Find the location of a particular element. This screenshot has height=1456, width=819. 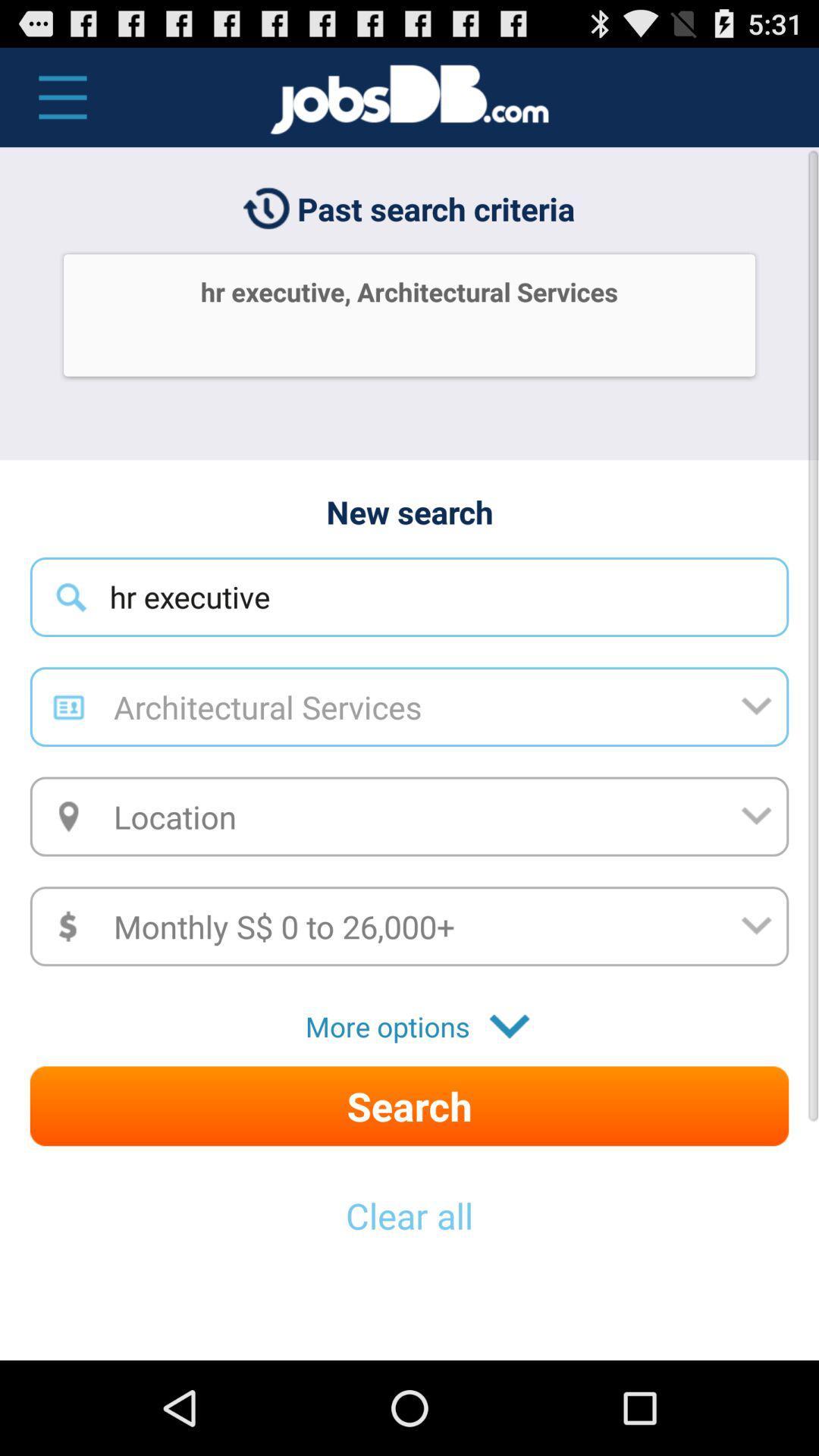

the menu icon is located at coordinates (54, 104).